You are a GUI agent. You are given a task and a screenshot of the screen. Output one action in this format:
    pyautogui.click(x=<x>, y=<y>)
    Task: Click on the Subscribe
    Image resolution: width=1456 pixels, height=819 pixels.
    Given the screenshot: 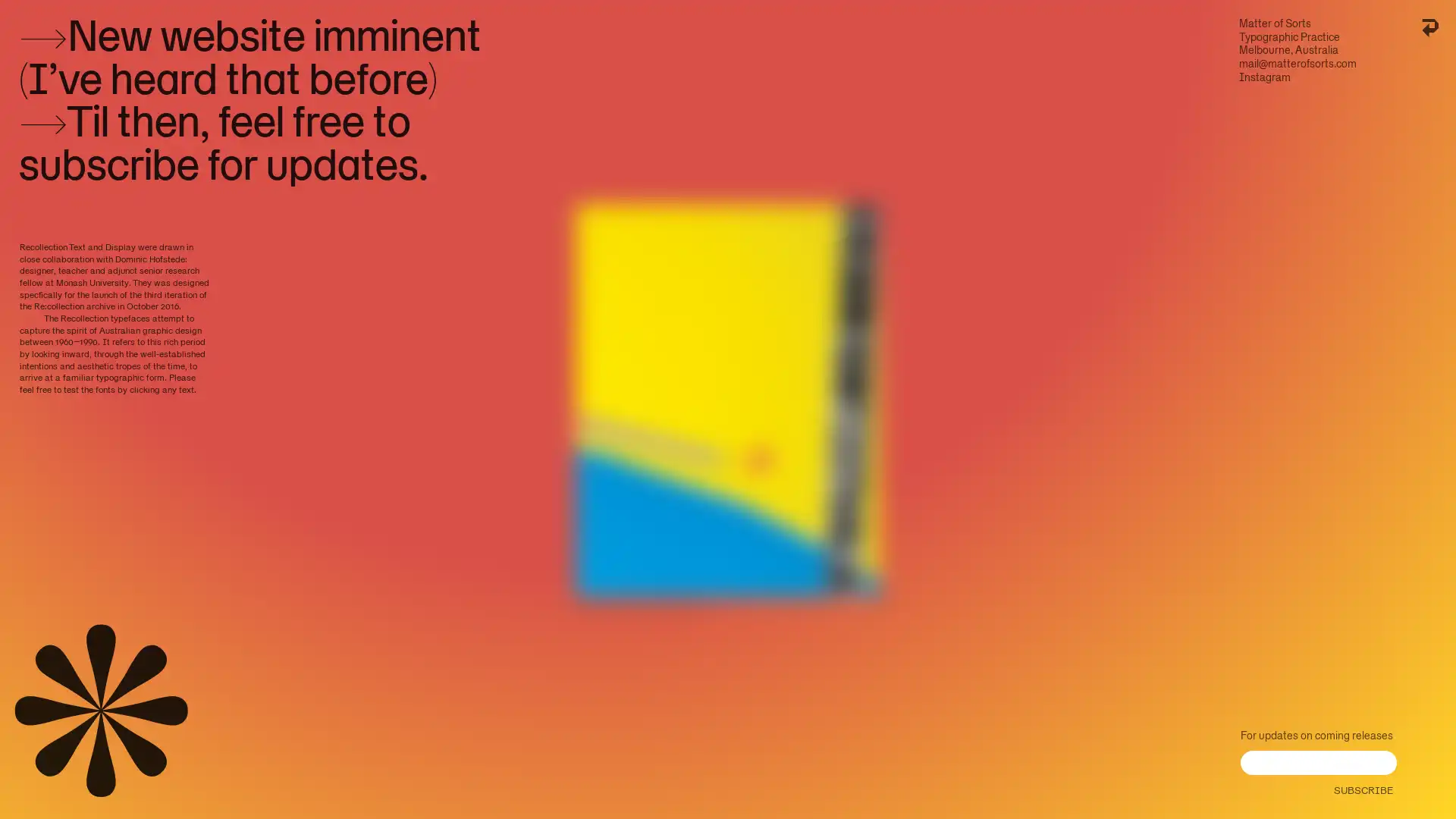 What is the action you would take?
    pyautogui.click(x=1361, y=786)
    